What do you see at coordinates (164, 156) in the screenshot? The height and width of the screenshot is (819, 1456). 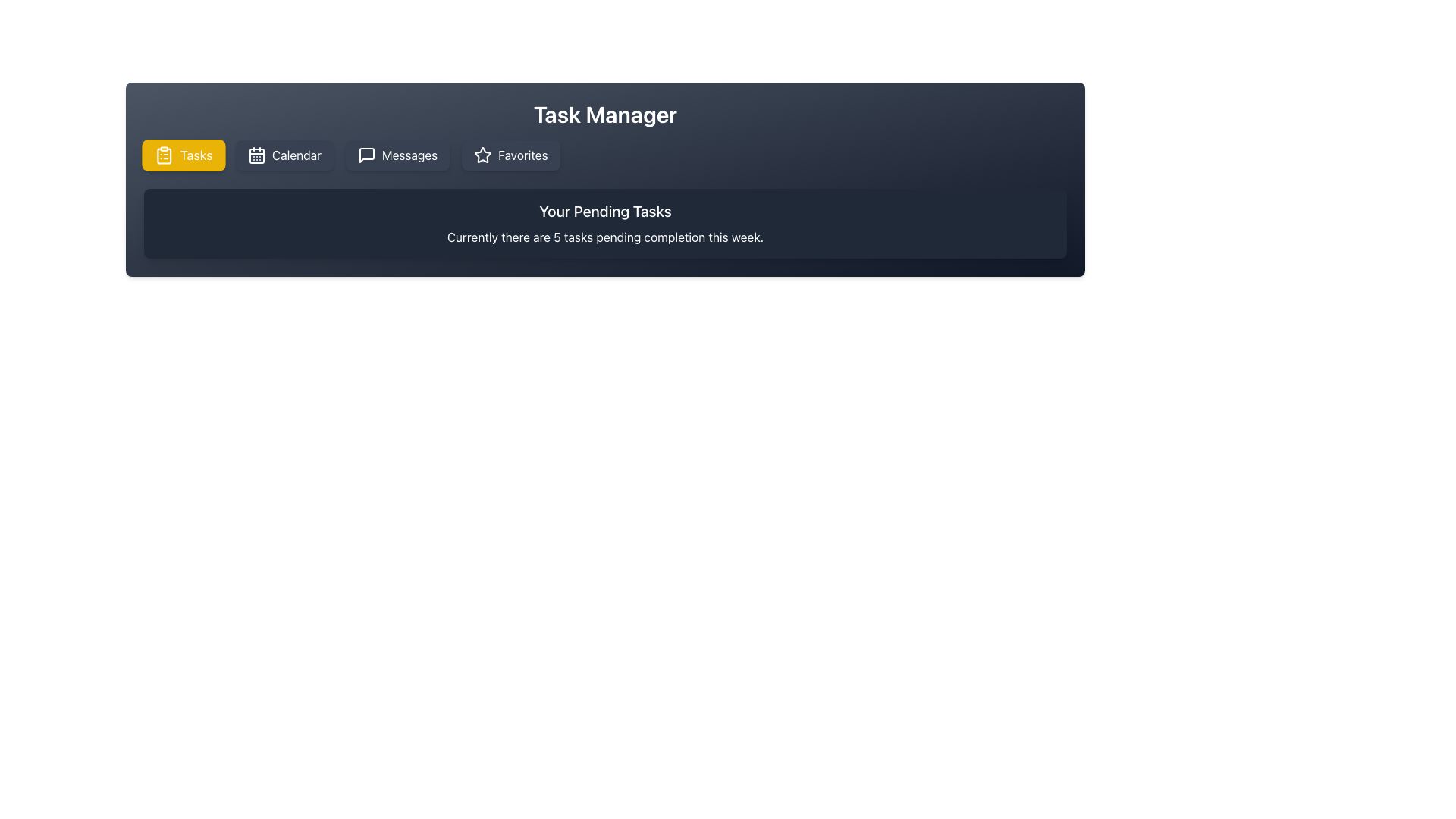 I see `the clipboard icon element` at bounding box center [164, 156].